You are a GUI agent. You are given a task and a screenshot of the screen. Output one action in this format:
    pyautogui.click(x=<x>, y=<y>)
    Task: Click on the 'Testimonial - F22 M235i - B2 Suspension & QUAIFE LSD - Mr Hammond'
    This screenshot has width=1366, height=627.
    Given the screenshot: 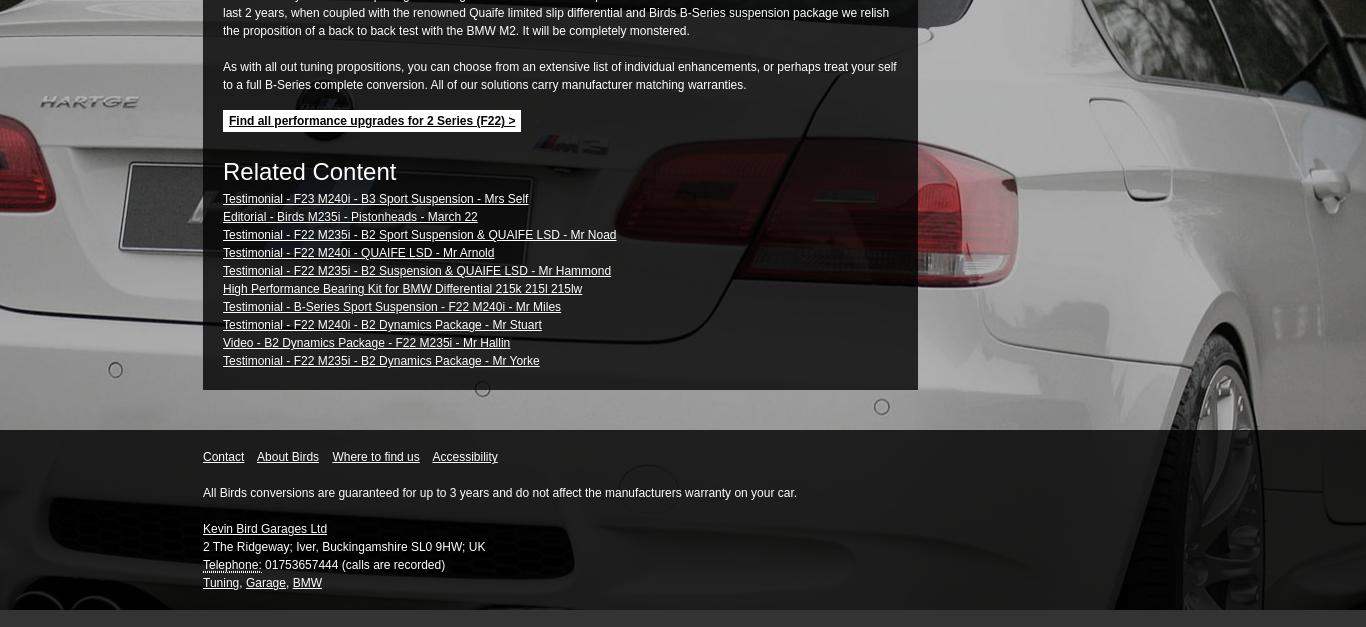 What is the action you would take?
    pyautogui.click(x=222, y=270)
    